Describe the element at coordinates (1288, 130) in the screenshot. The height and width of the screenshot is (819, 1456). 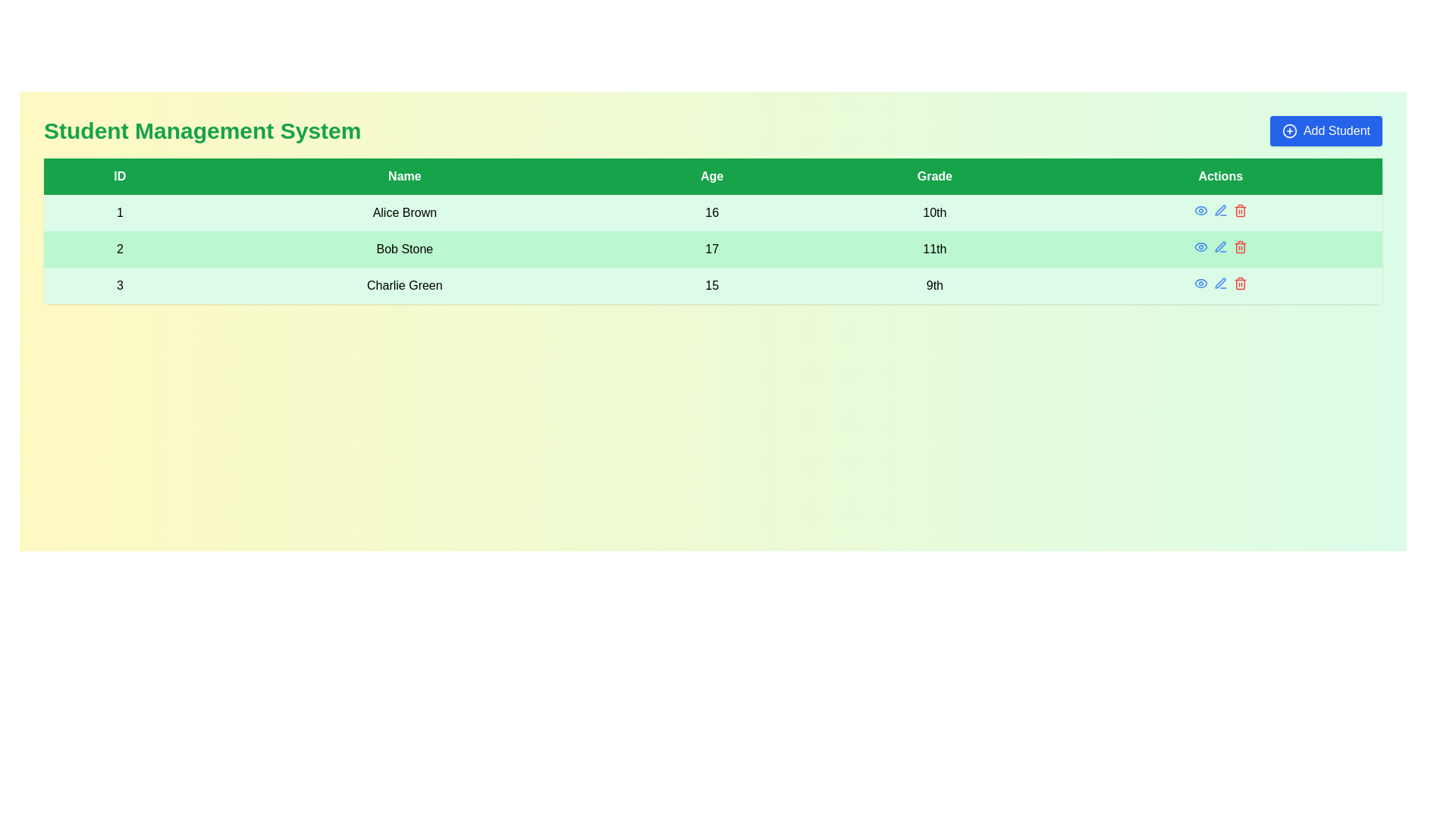
I see `the circular plus icon of the 'Add Student' button located in the upper-right corner of the user interface for accessibility purposes` at that location.